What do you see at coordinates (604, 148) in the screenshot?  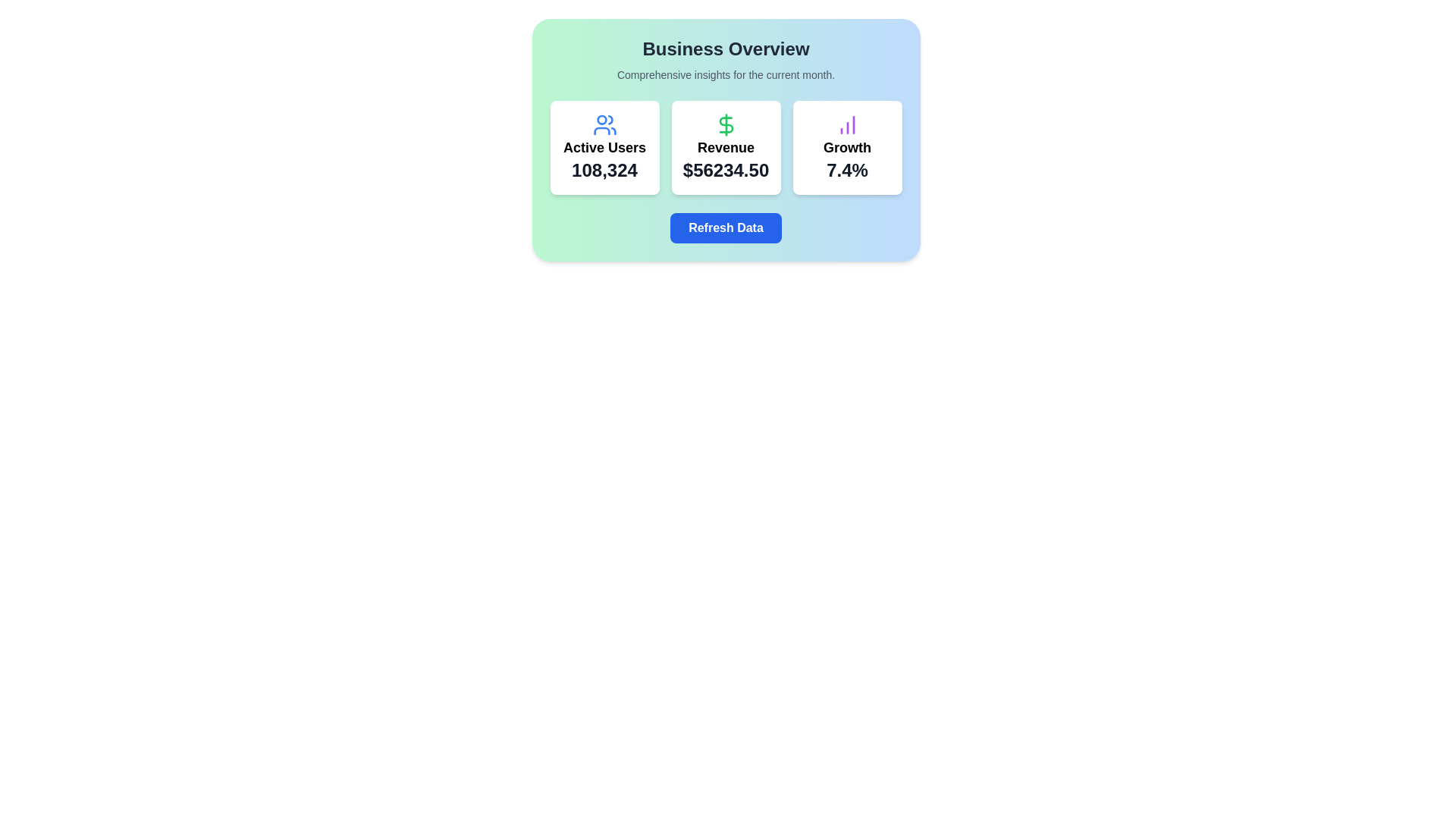 I see `the Information card displaying the number of active users` at bounding box center [604, 148].